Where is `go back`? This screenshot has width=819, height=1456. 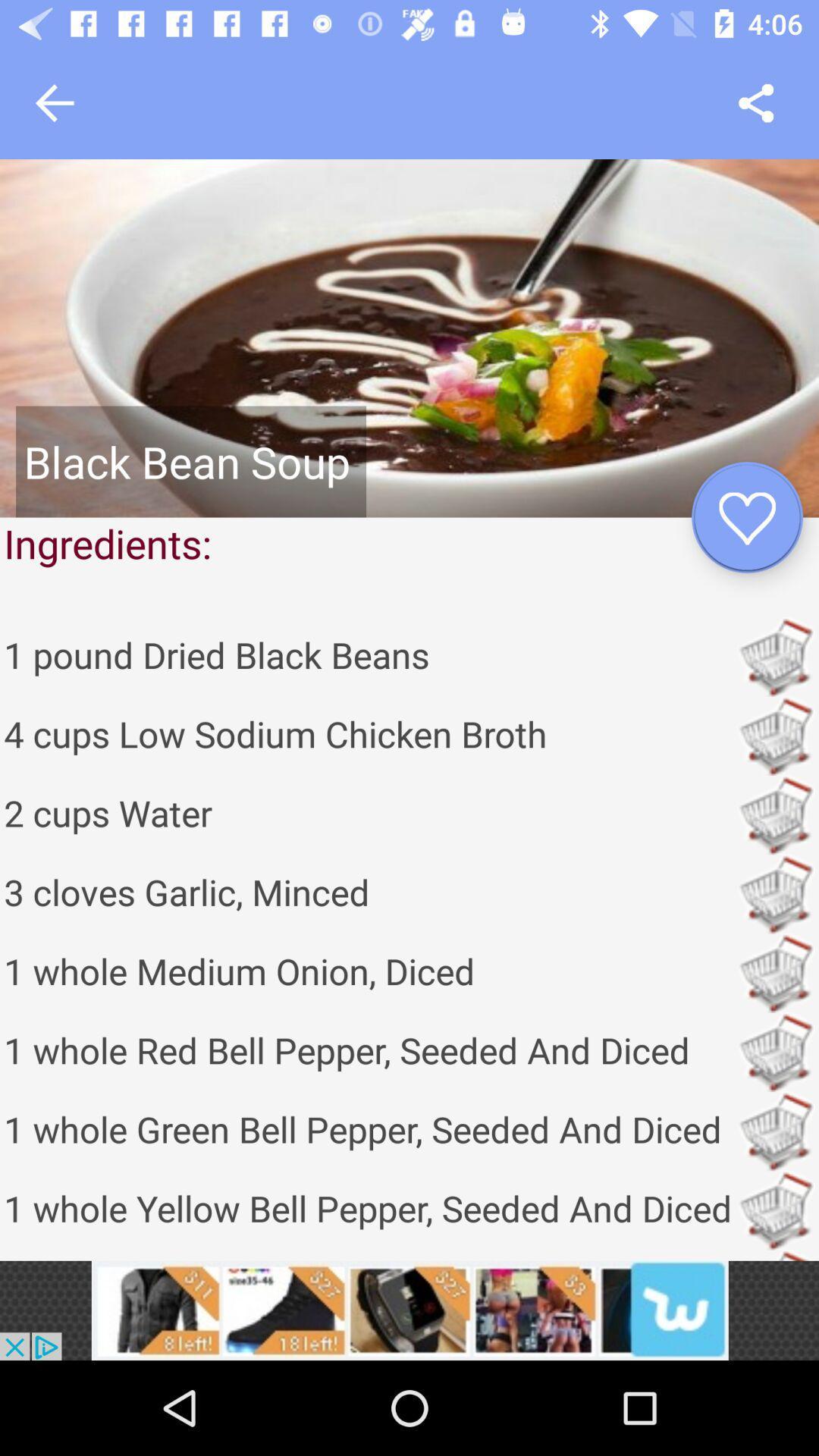 go back is located at coordinates (54, 102).